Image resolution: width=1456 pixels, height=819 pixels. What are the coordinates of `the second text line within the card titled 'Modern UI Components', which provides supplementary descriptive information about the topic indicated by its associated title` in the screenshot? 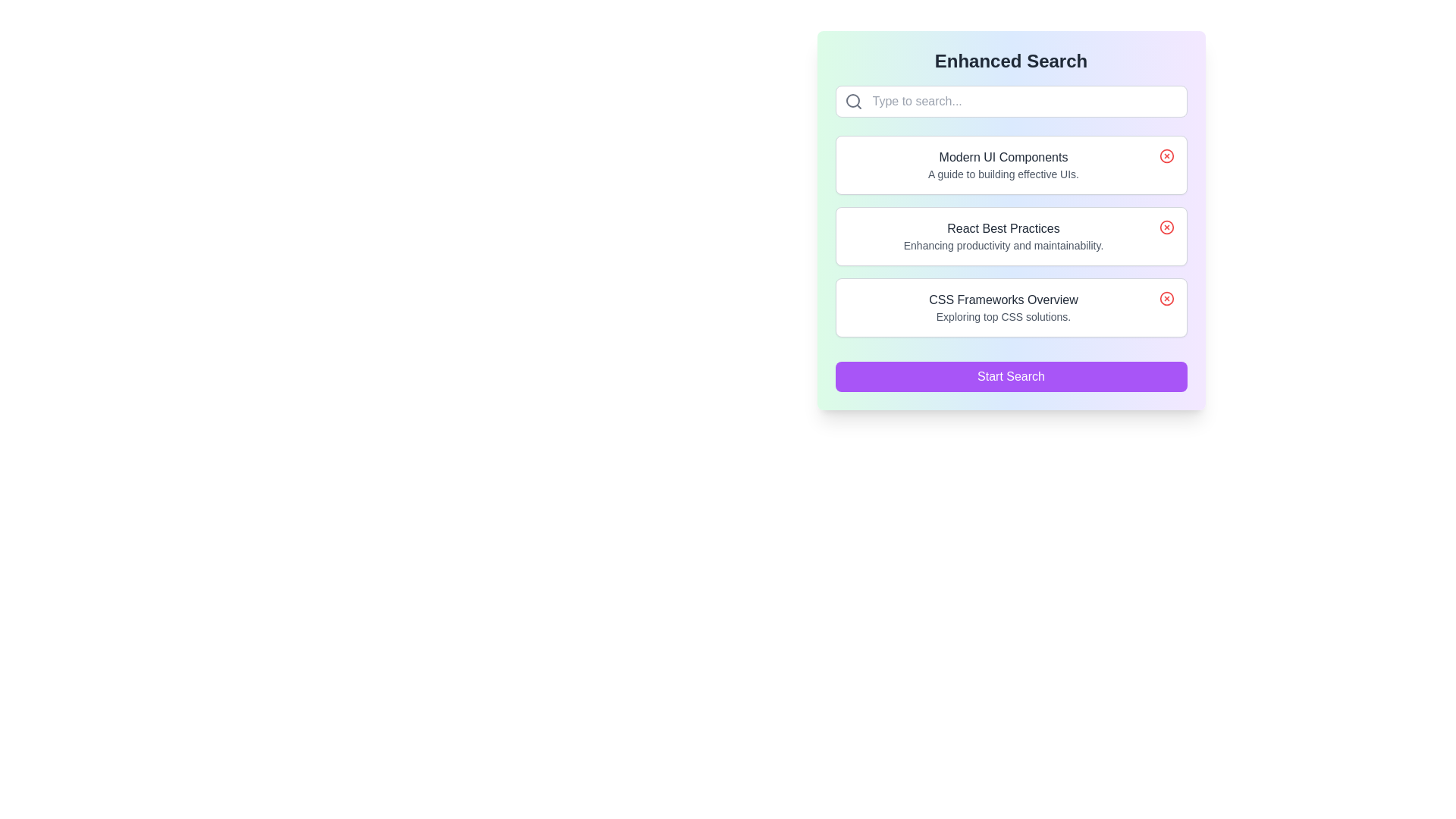 It's located at (1003, 174).